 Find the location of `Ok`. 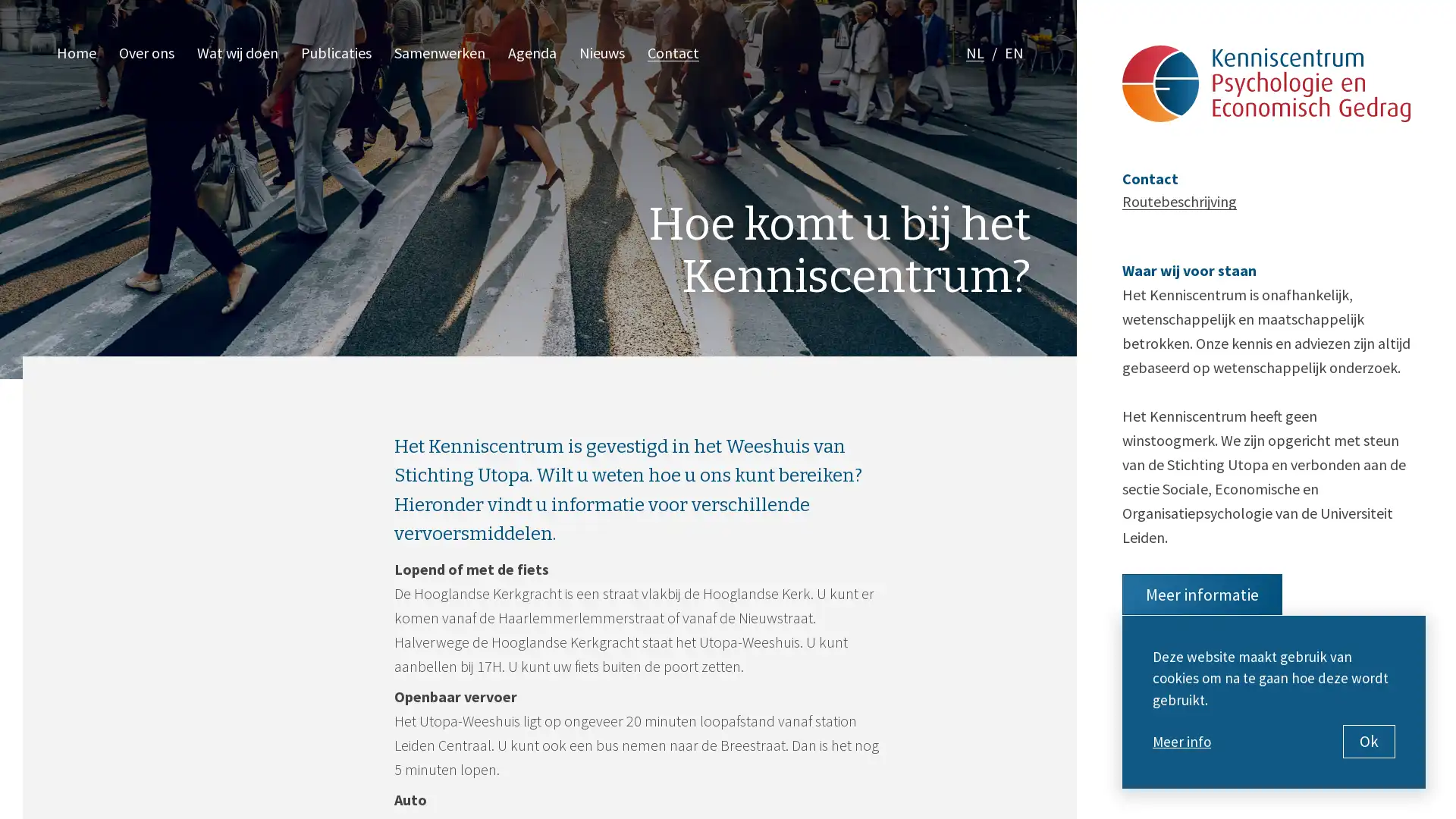

Ok is located at coordinates (1369, 741).